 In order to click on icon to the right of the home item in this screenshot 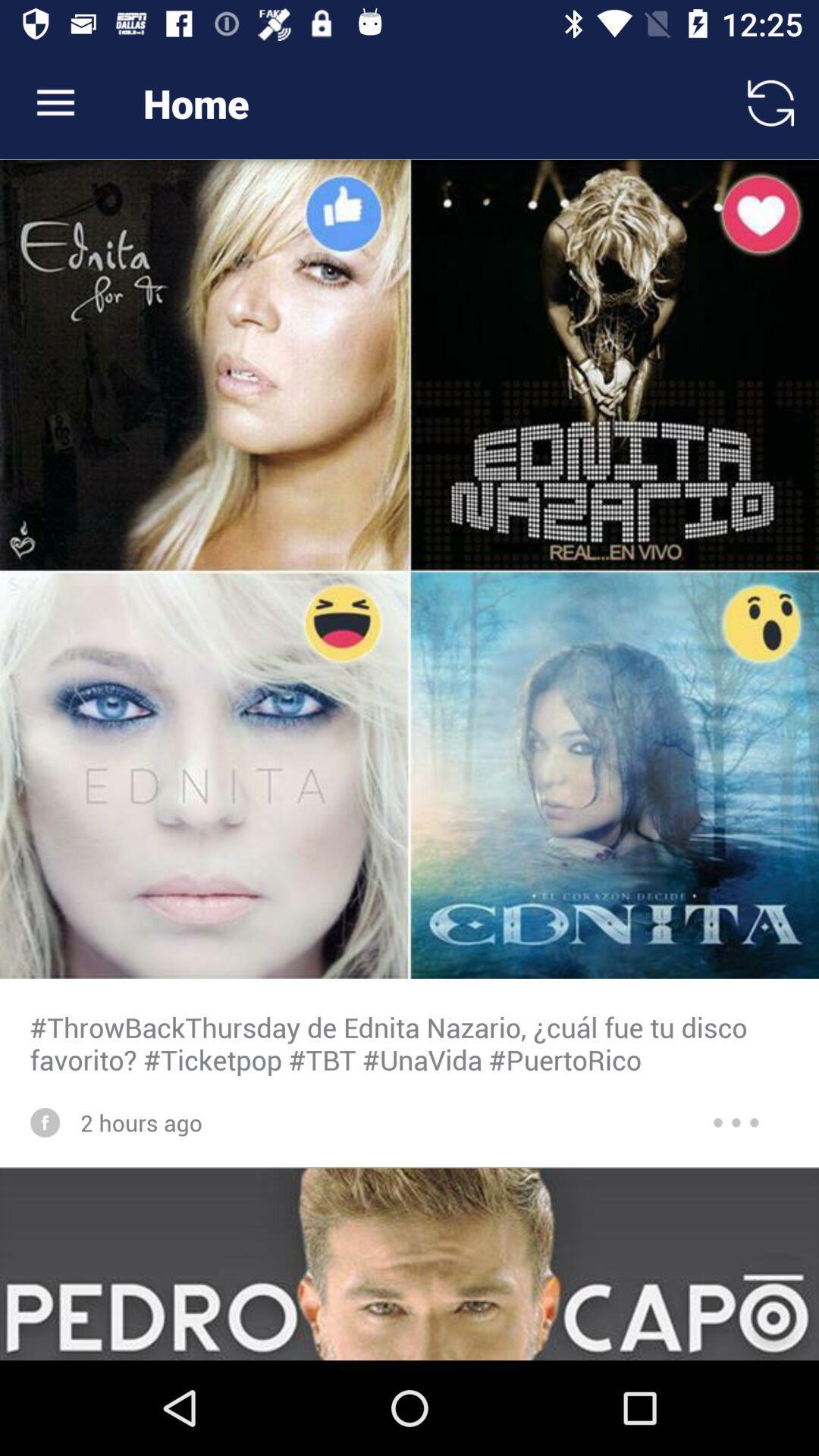, I will do `click(771, 102)`.